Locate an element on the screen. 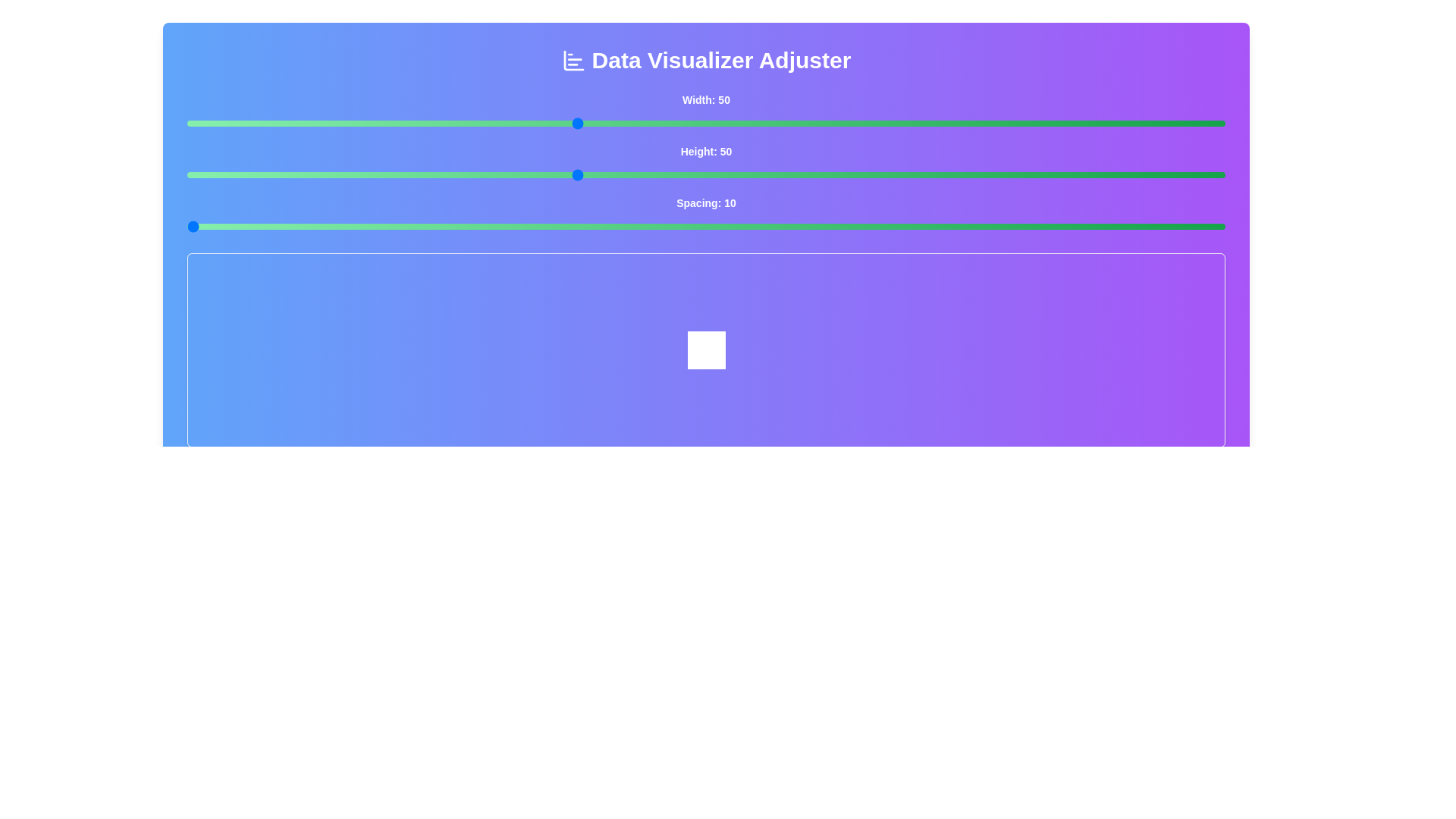 Image resolution: width=1456 pixels, height=819 pixels. the 'Width' slider to 20 is located at coordinates (186, 122).